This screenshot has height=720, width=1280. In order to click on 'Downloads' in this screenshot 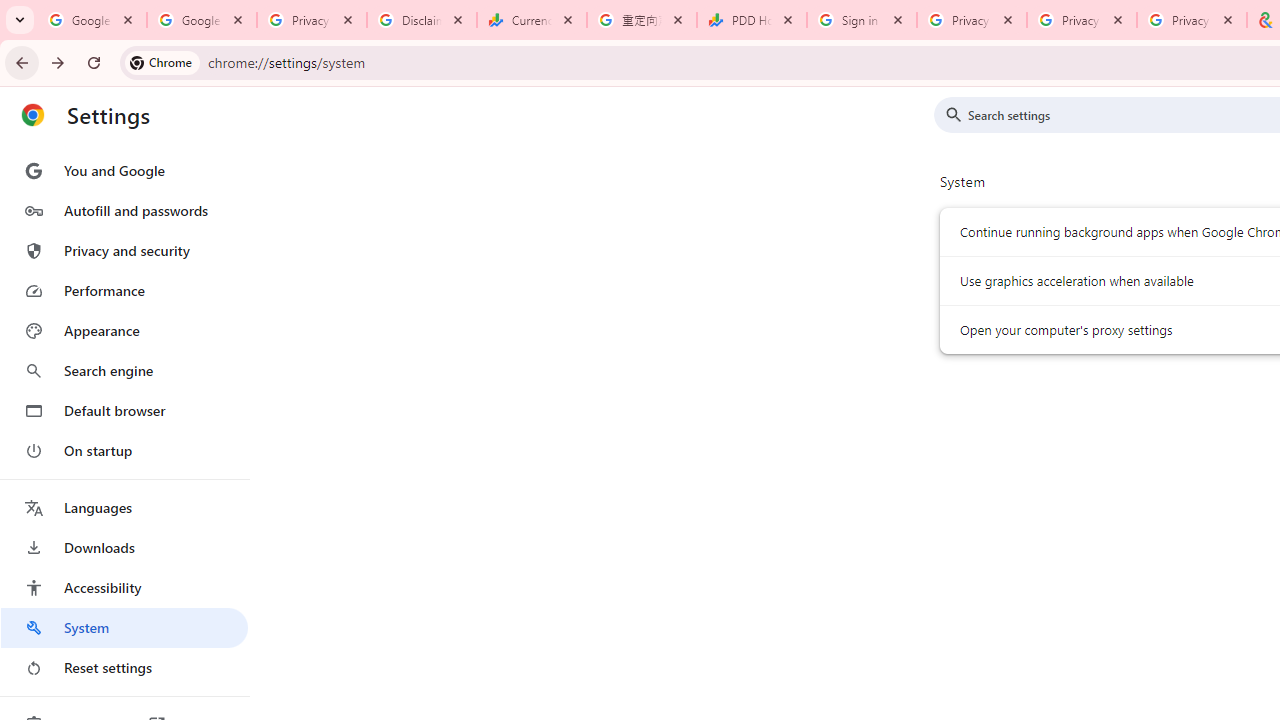, I will do `click(123, 547)`.